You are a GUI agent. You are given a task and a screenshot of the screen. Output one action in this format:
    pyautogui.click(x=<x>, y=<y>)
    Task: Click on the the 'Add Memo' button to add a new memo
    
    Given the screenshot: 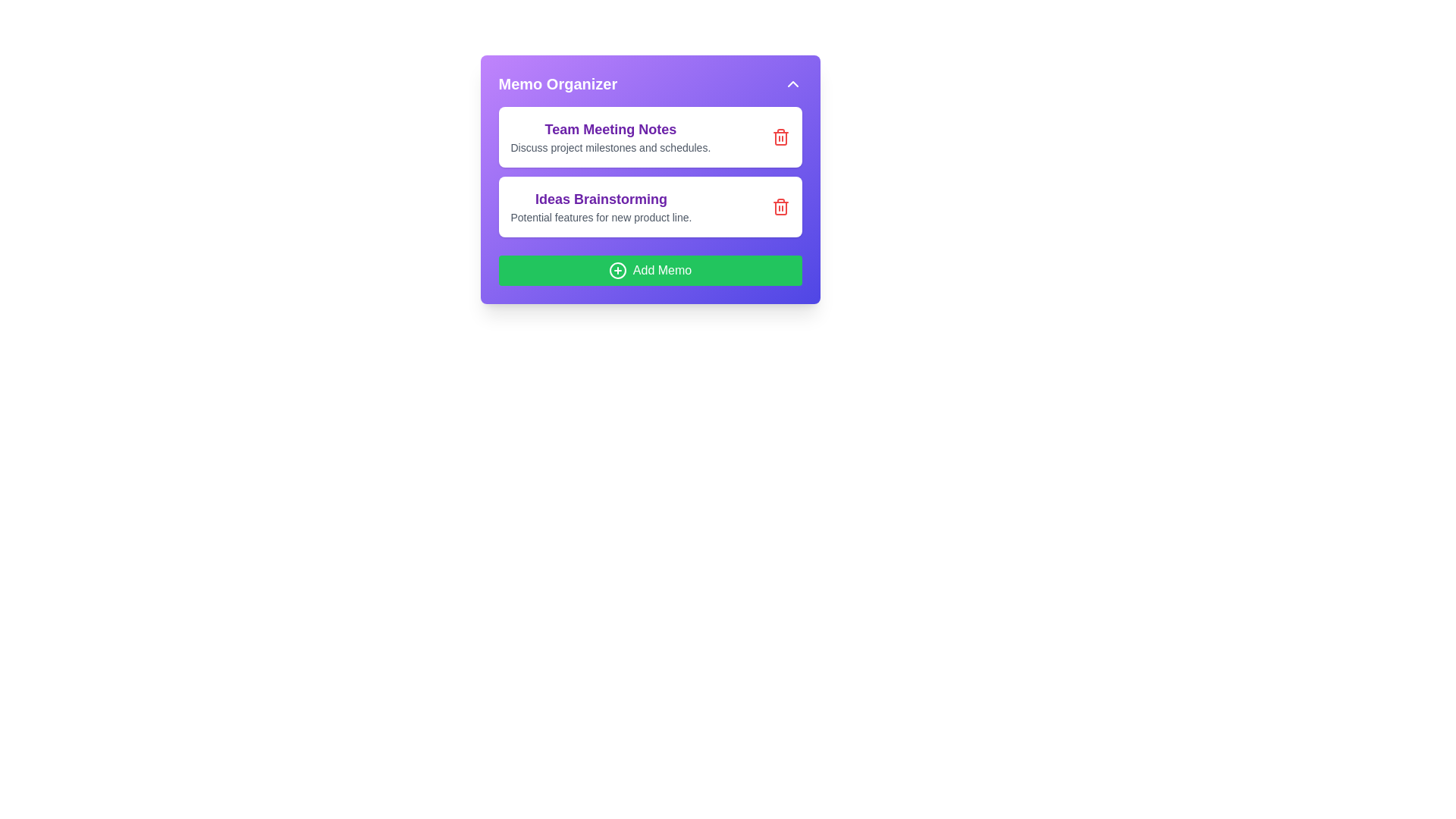 What is the action you would take?
    pyautogui.click(x=650, y=270)
    